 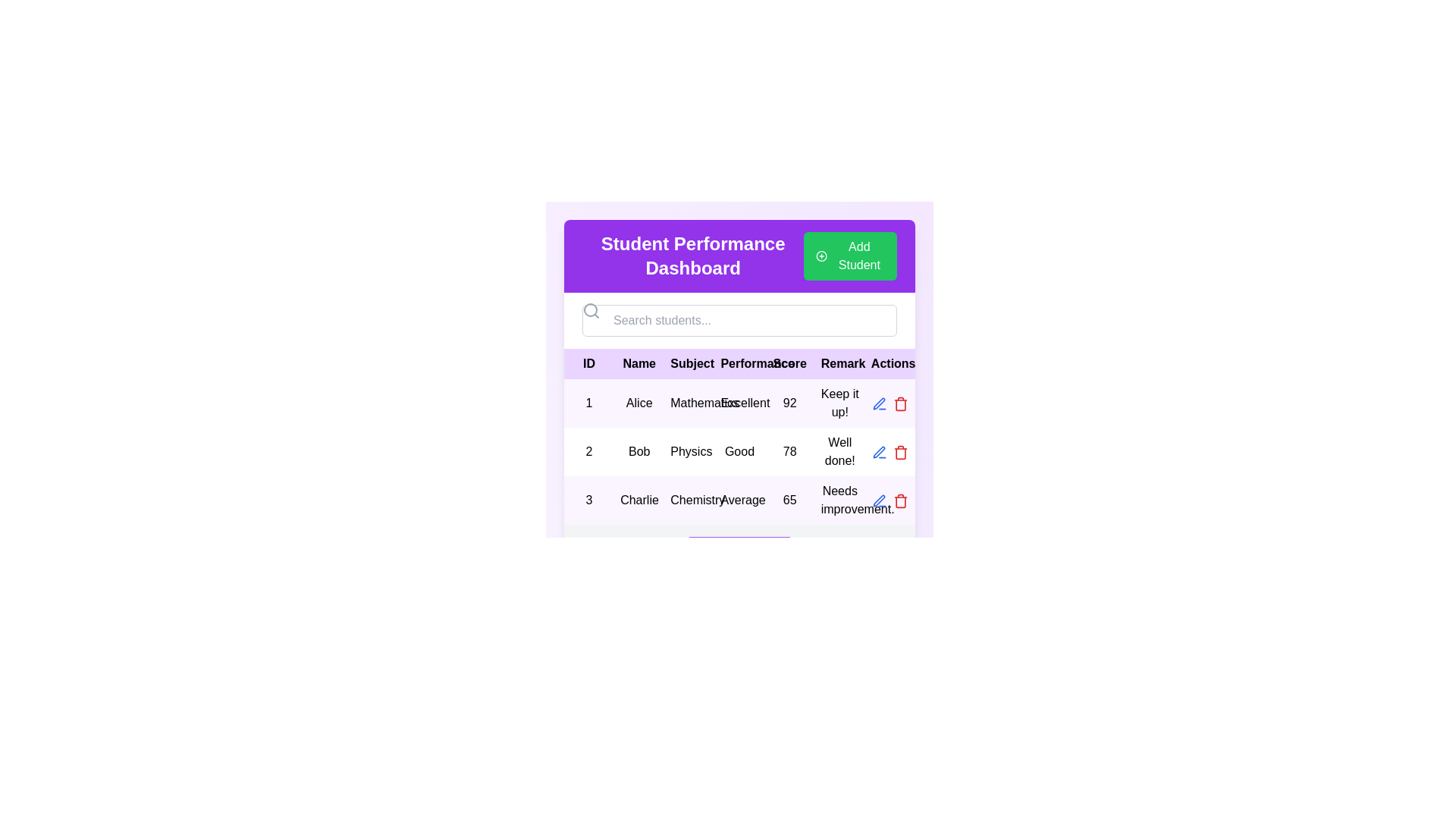 I want to click on the search icon located at the left side of the text input field with a gray border, so click(x=590, y=309).